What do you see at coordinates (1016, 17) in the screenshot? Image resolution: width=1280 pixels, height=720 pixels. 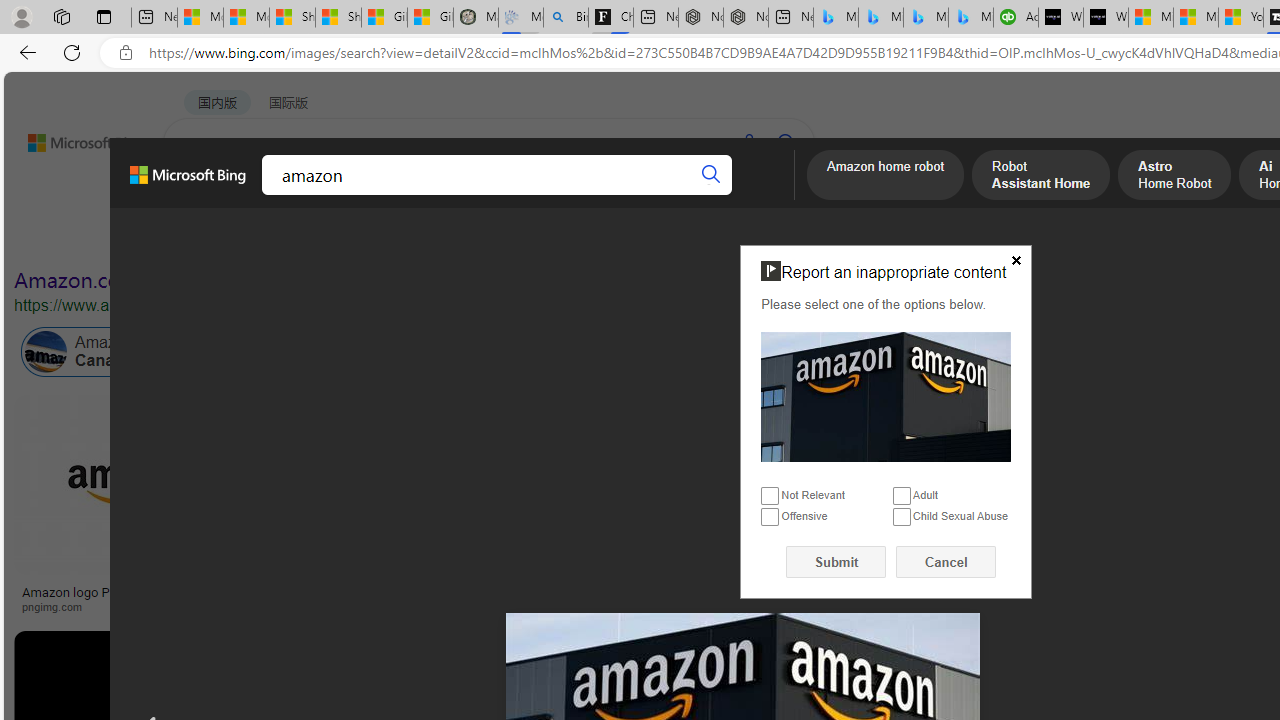 I see `'Accounting Software for Accountants, CPAs and Bookkeepers'` at bounding box center [1016, 17].